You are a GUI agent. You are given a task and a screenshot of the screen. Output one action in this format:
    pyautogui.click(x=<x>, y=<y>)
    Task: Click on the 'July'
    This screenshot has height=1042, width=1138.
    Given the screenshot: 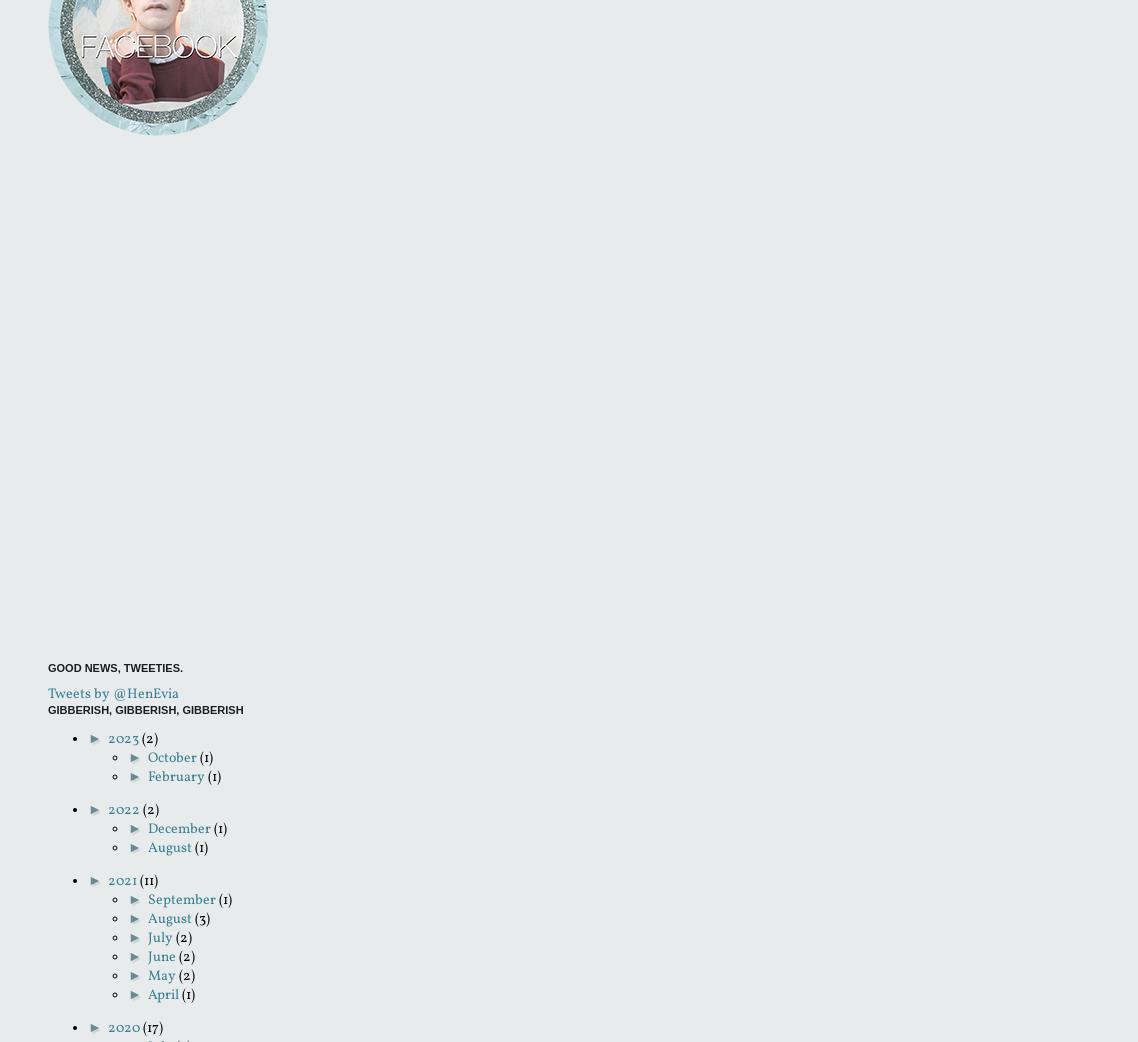 What is the action you would take?
    pyautogui.click(x=161, y=937)
    